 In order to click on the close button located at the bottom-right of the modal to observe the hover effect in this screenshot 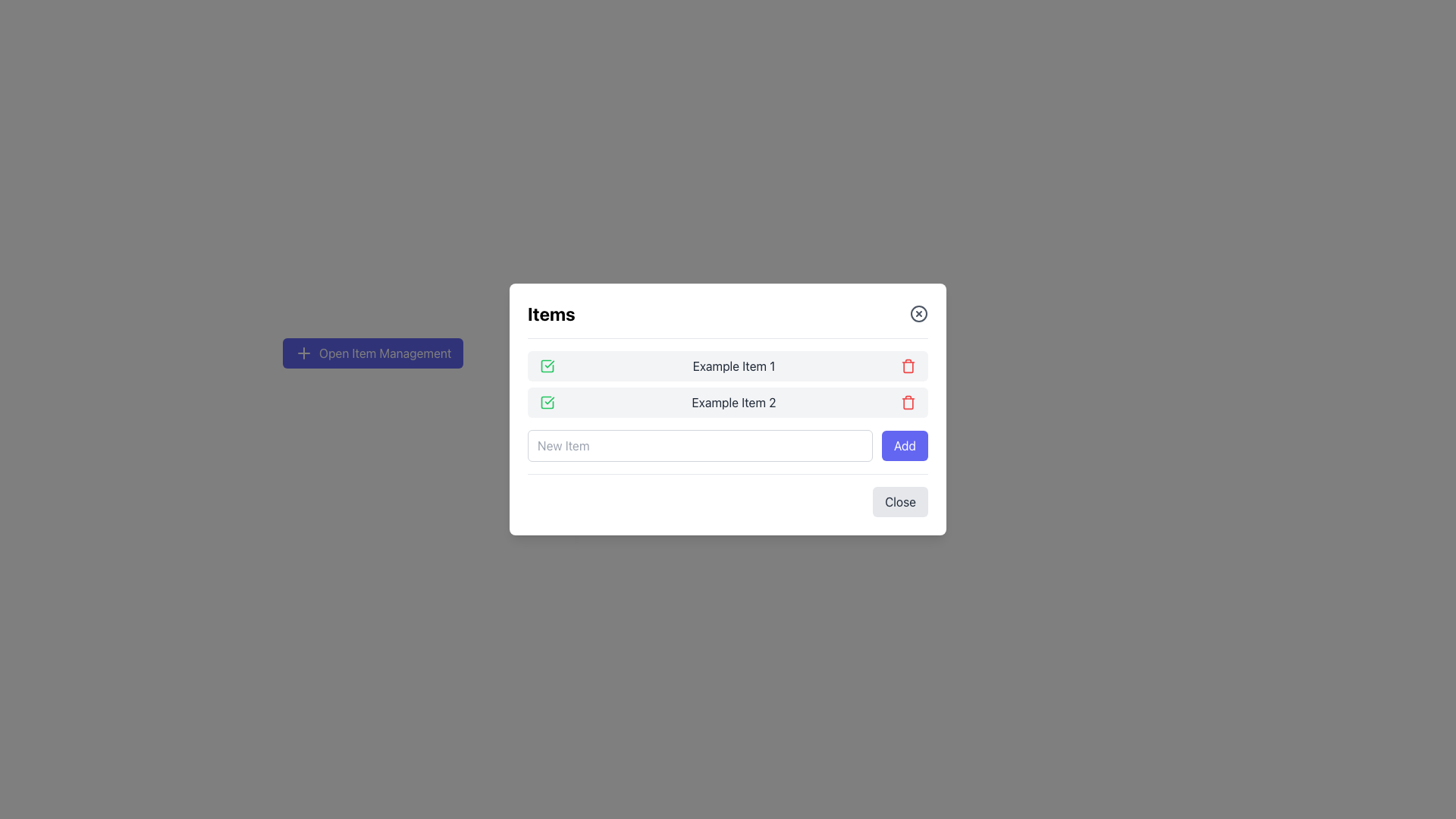, I will do `click(900, 502)`.